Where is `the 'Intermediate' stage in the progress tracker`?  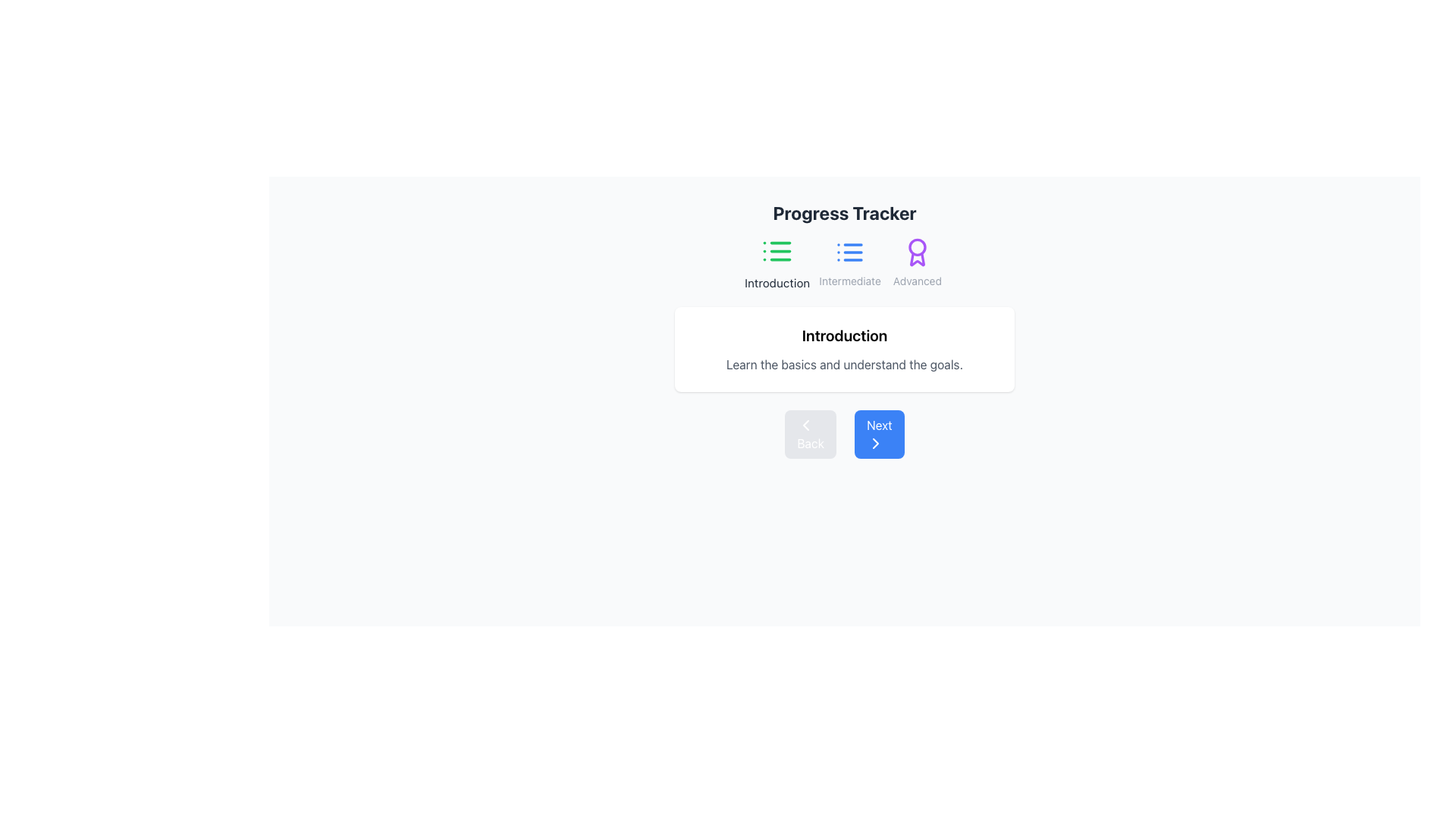 the 'Intermediate' stage in the progress tracker is located at coordinates (850, 262).